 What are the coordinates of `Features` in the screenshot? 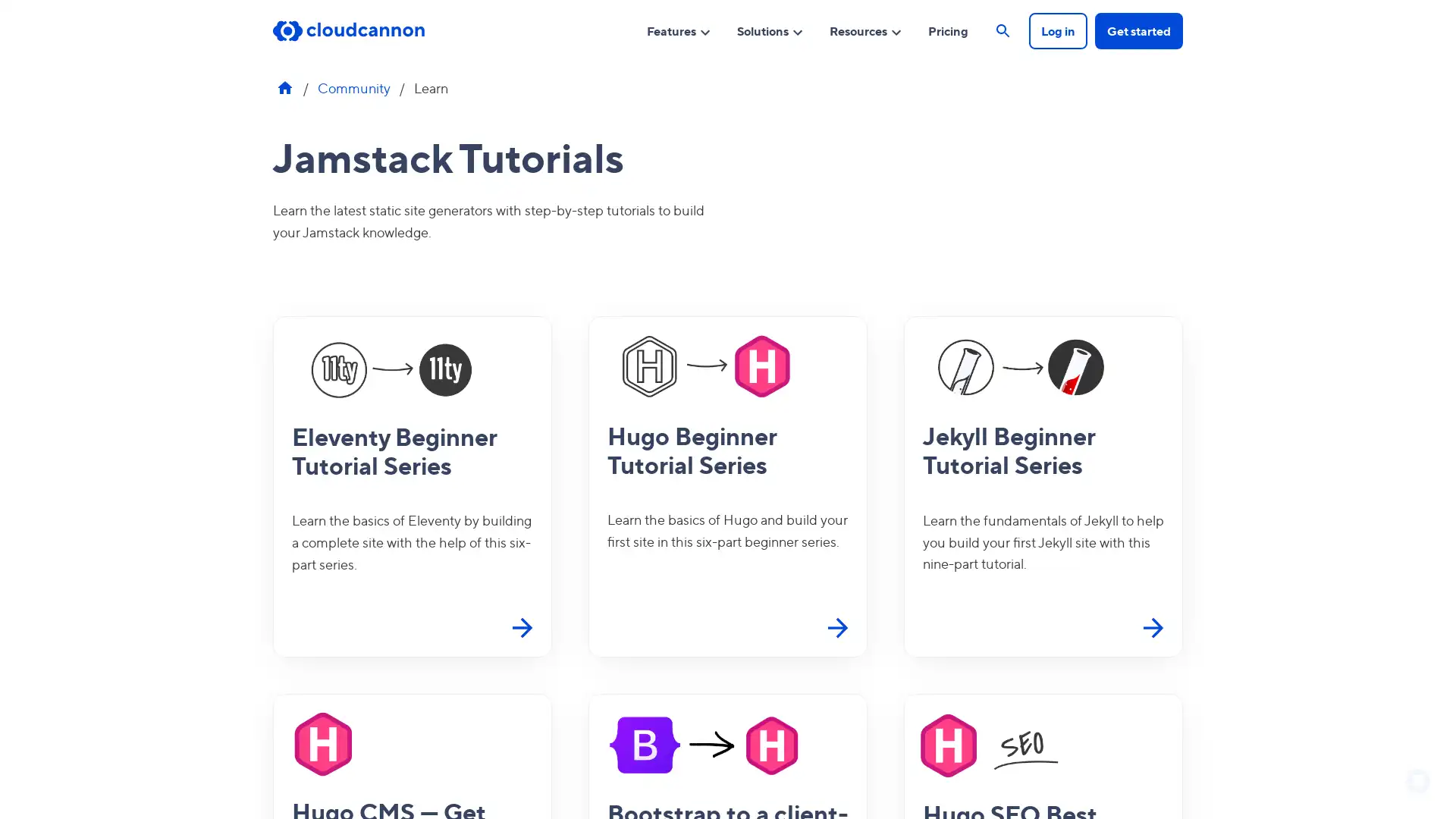 It's located at (678, 30).